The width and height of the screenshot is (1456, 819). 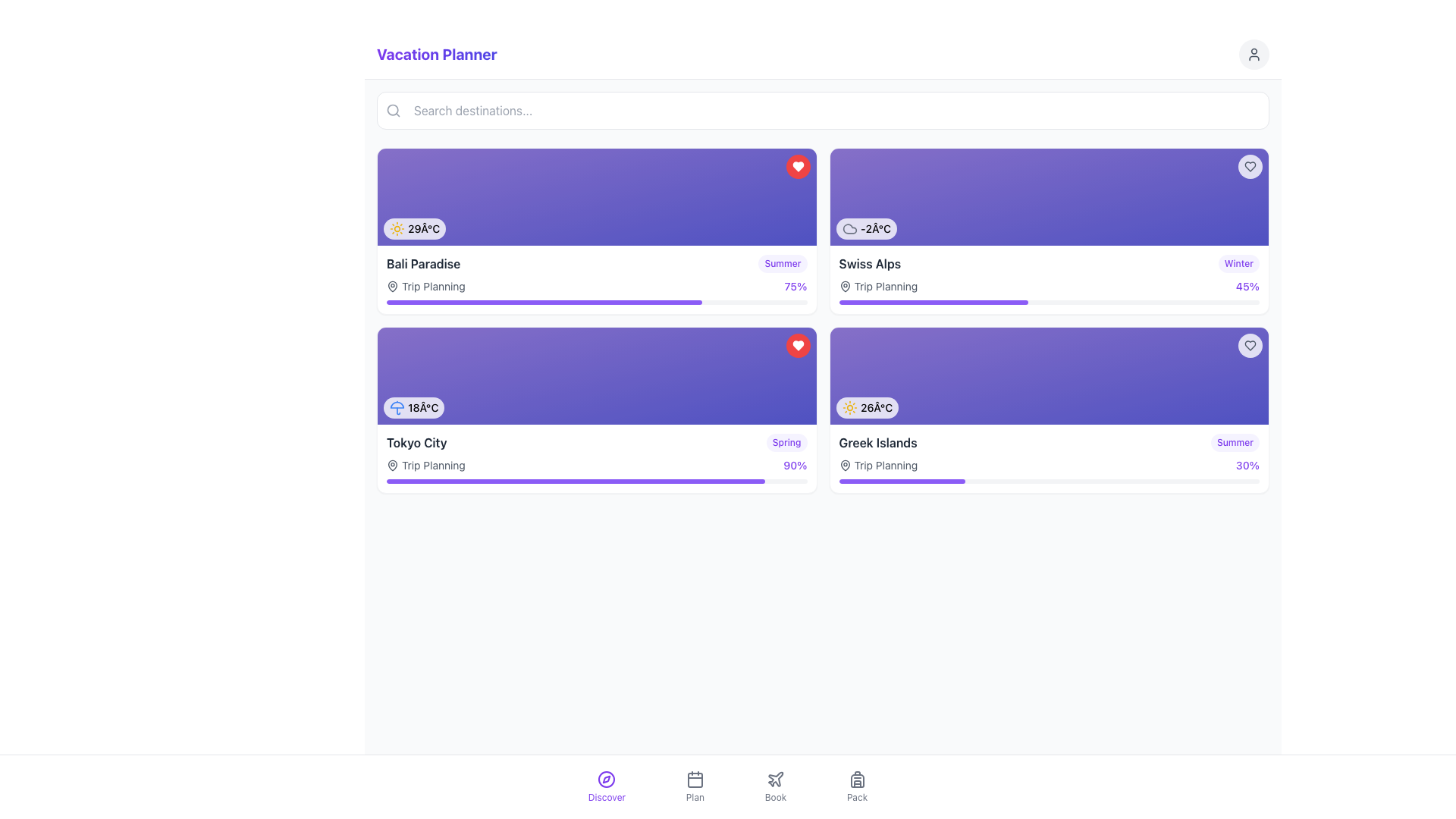 I want to click on the heart-shaped icon button in the top-right corner of the 'Swiss Alps' card, so click(x=1250, y=166).